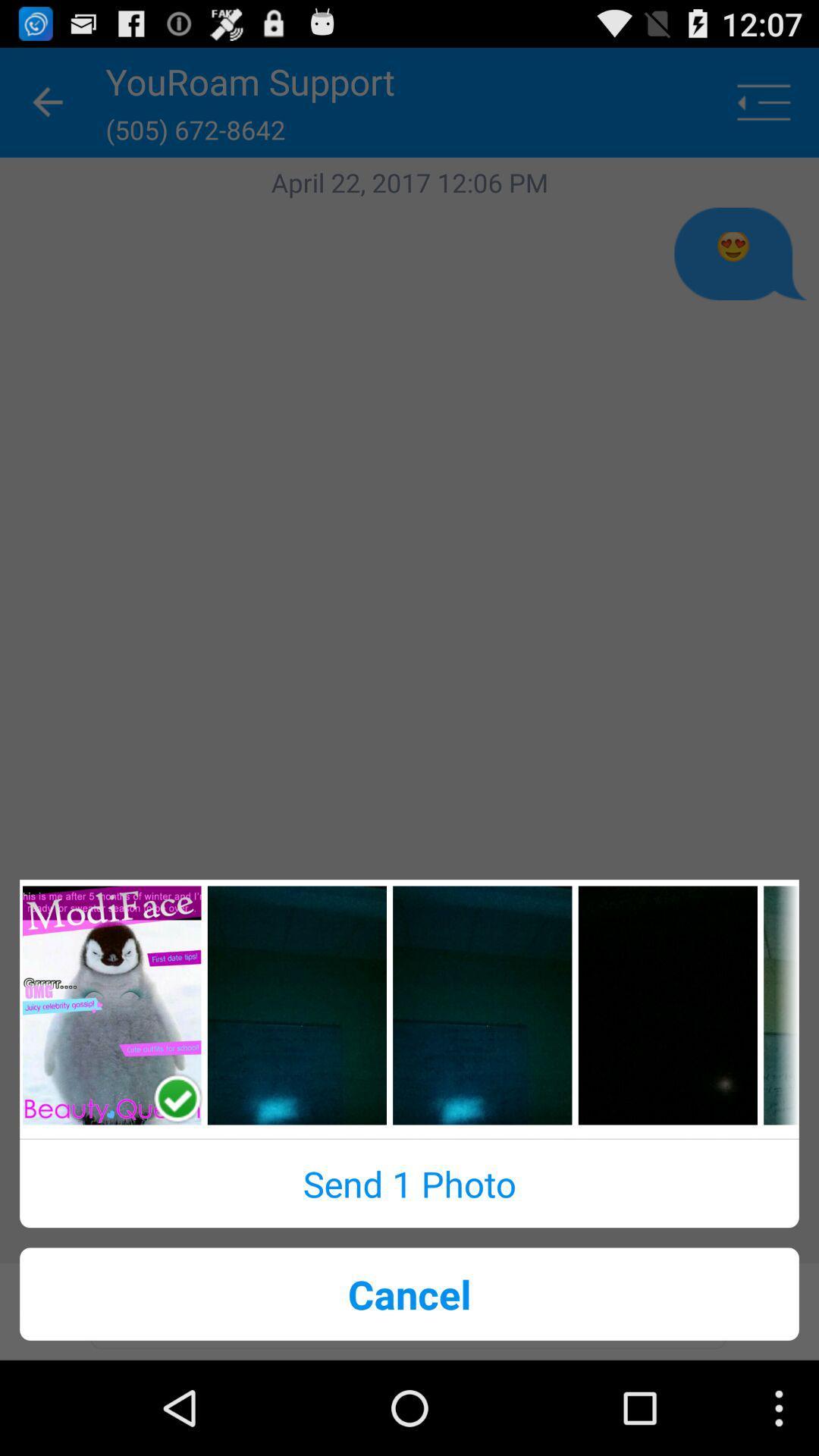 This screenshot has width=819, height=1456. I want to click on media gallery, so click(111, 1005).